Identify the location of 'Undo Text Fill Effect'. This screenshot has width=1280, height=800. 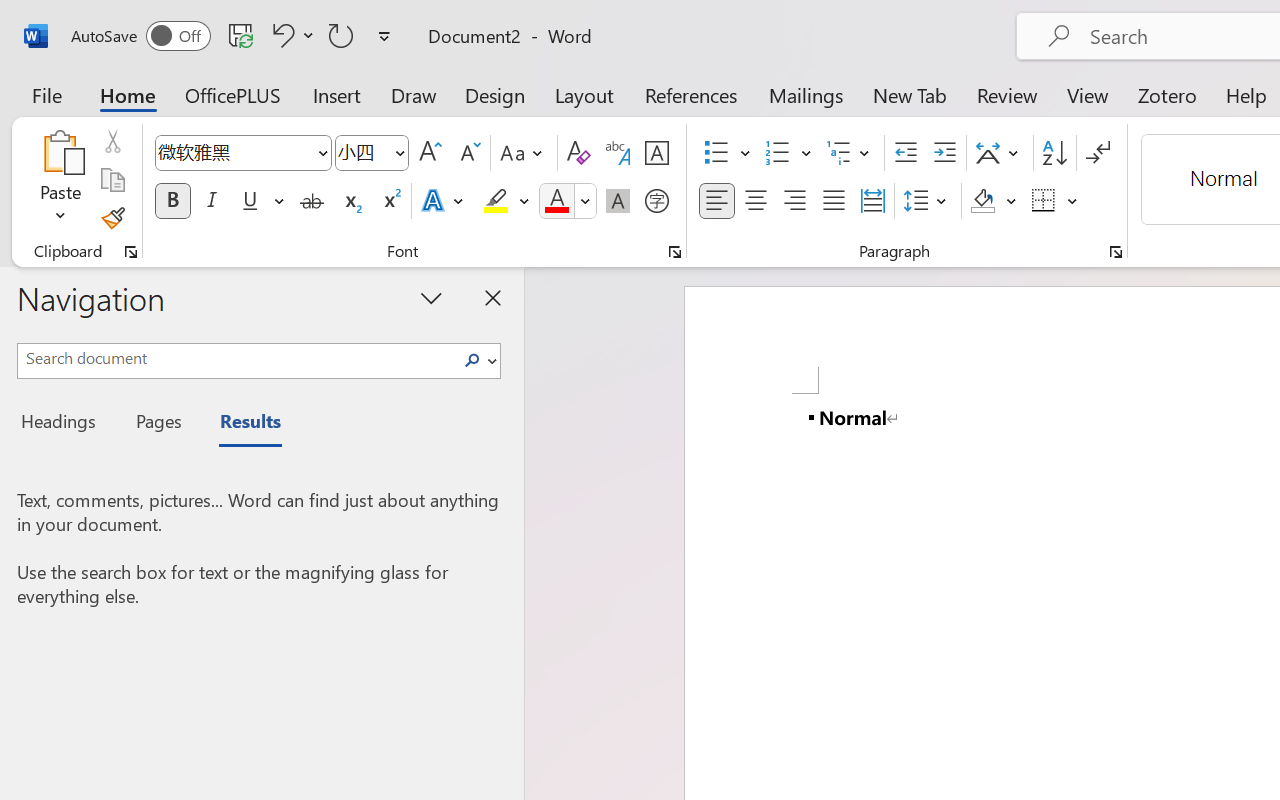
(279, 34).